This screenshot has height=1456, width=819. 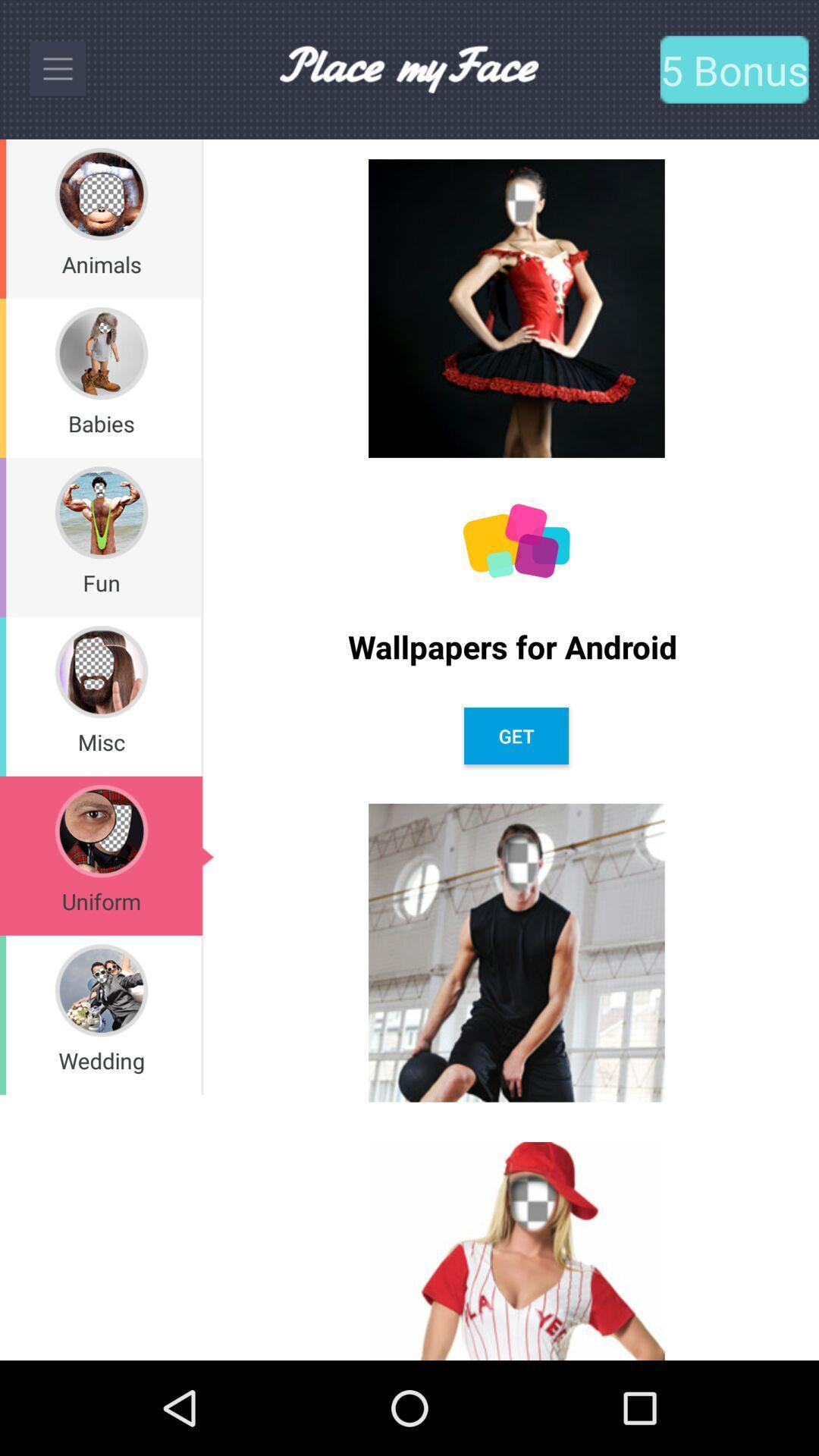 What do you see at coordinates (101, 742) in the screenshot?
I see `the misc app` at bounding box center [101, 742].